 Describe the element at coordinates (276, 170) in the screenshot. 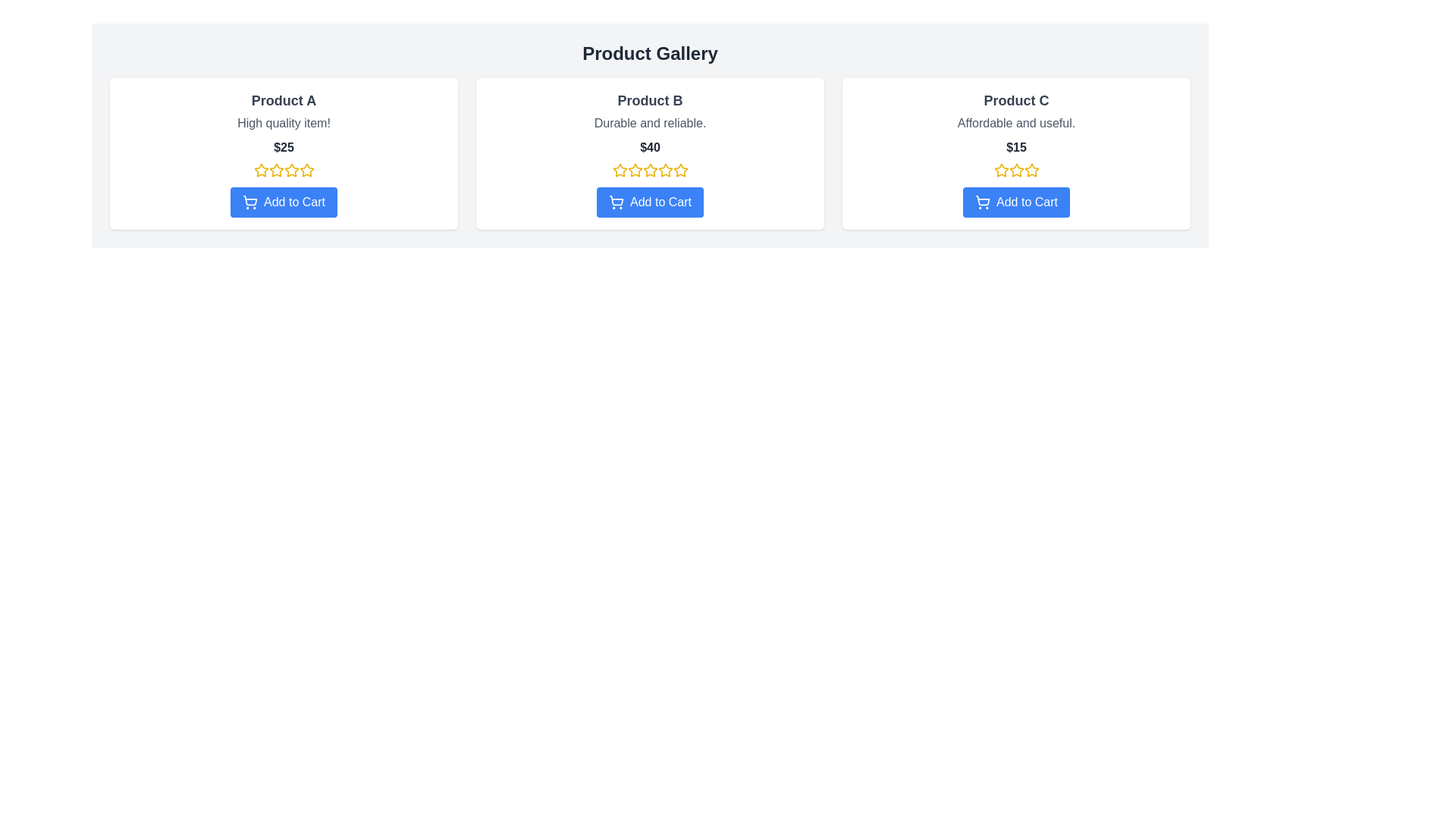

I see `the second star icon in the 5-star rating system for 'Product A' to provide a 2-star rating` at that location.